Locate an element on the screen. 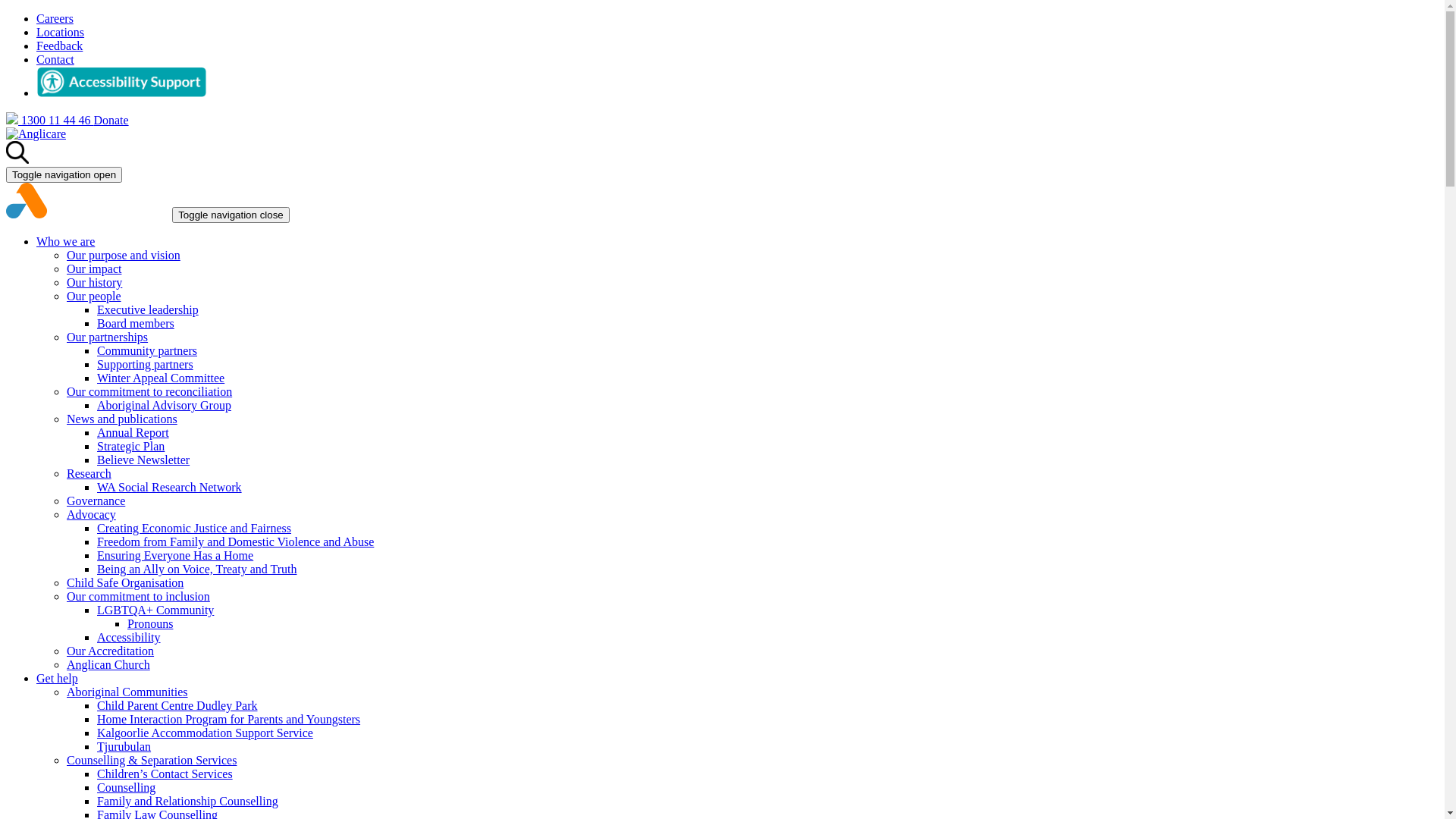 This screenshot has width=1456, height=819. '1300 11 44 46' is located at coordinates (49, 119).